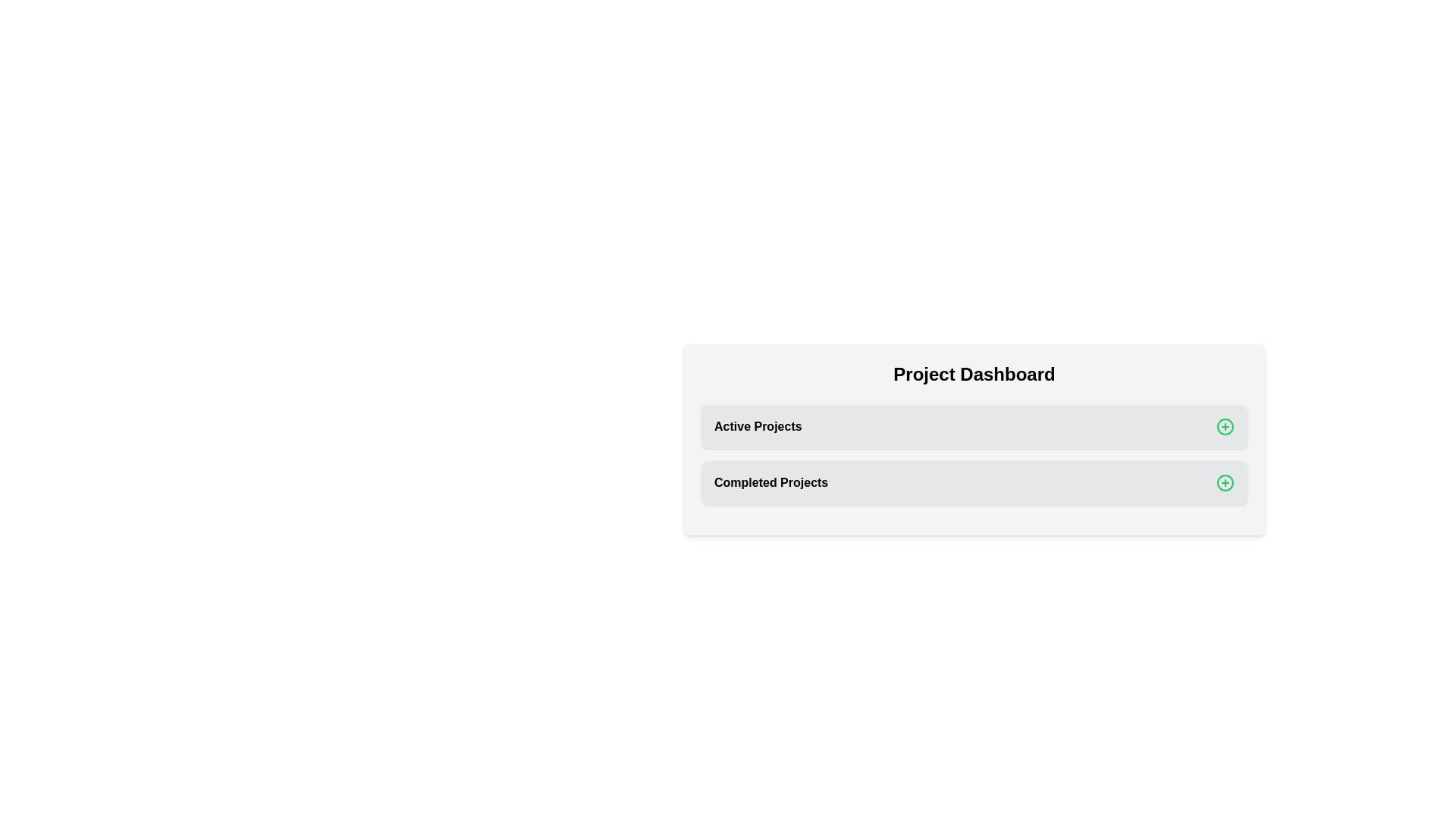  What do you see at coordinates (1225, 482) in the screenshot?
I see `plus icon next to the 'Completed Projects' section to expand it` at bounding box center [1225, 482].